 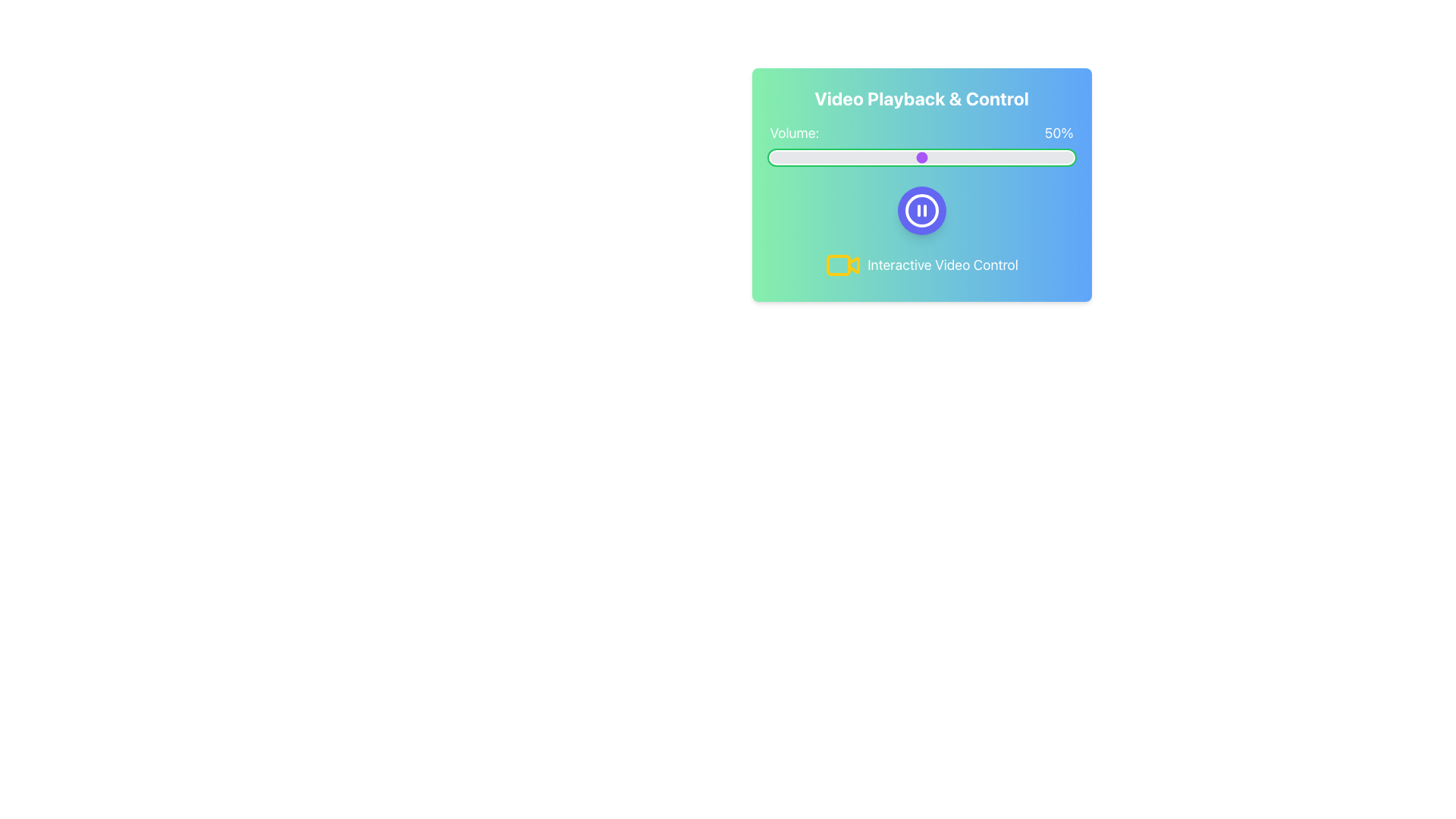 I want to click on the Static Label displaying the current volume level percentage, located in the top-right corner of the volume control section next to the text 'Volume:', so click(x=1058, y=133).